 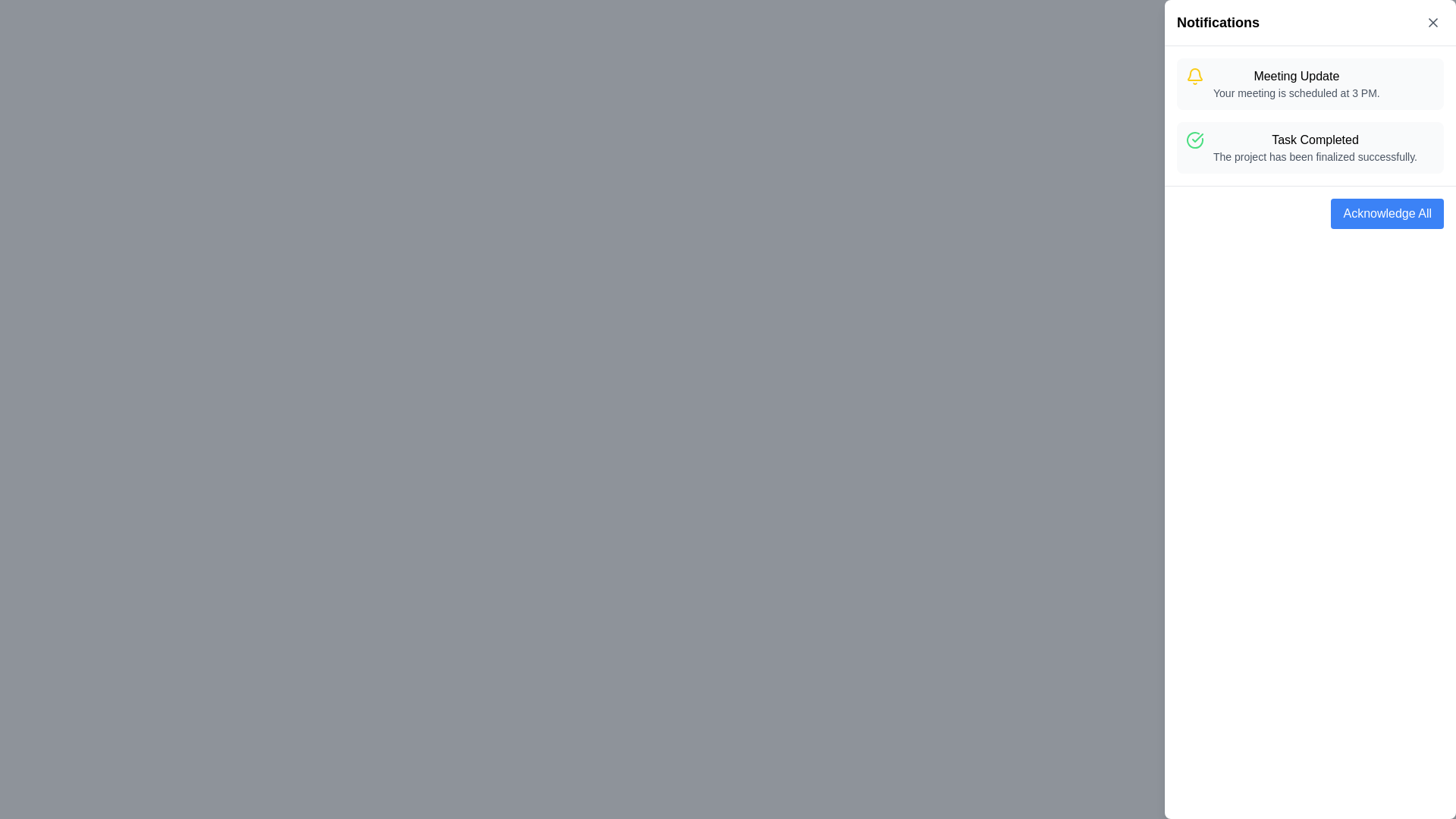 I want to click on the second notification card in the notification panel, so click(x=1310, y=148).